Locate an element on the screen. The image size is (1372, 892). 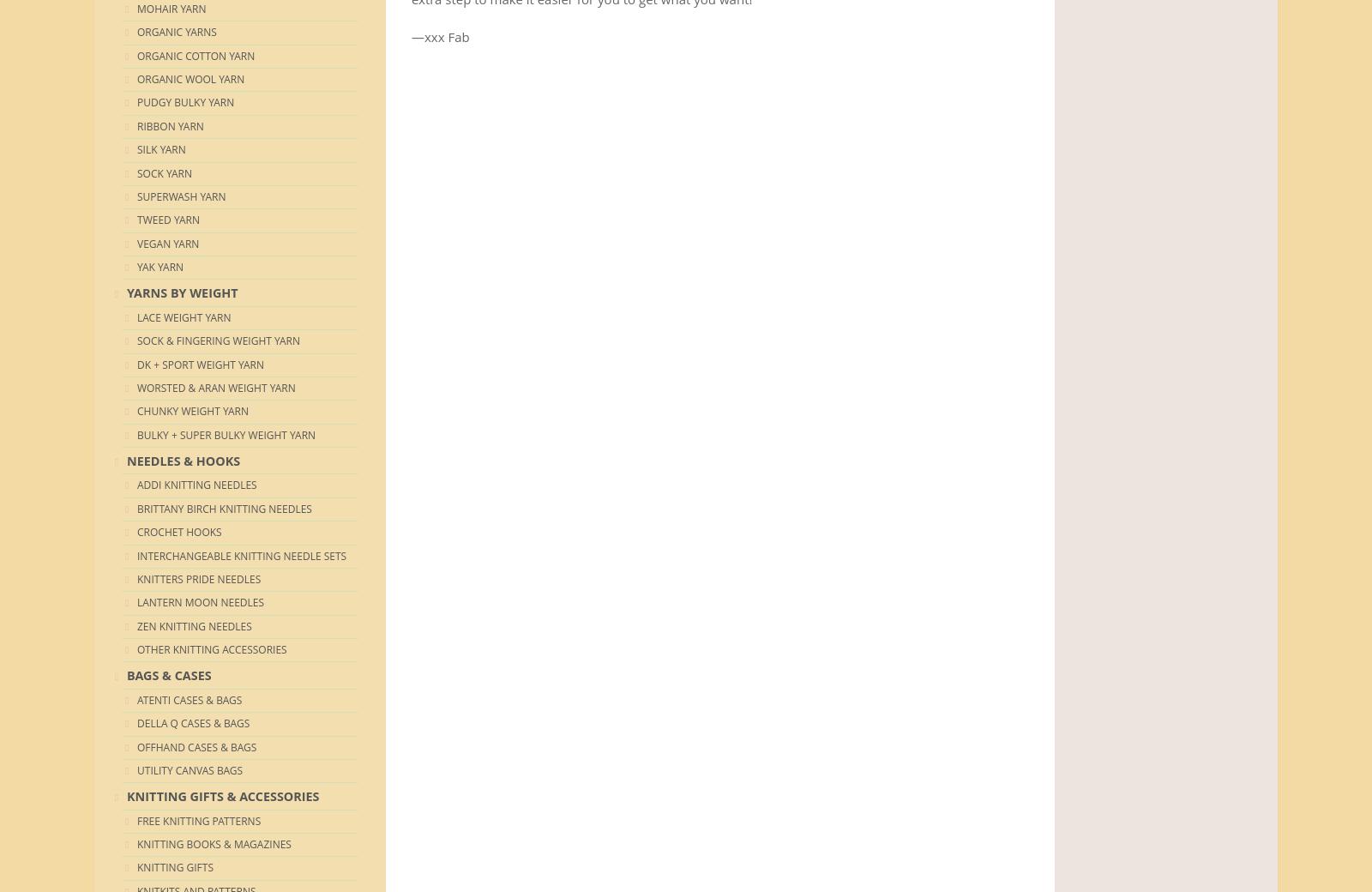
'utility canvas Bags' is located at coordinates (190, 768).